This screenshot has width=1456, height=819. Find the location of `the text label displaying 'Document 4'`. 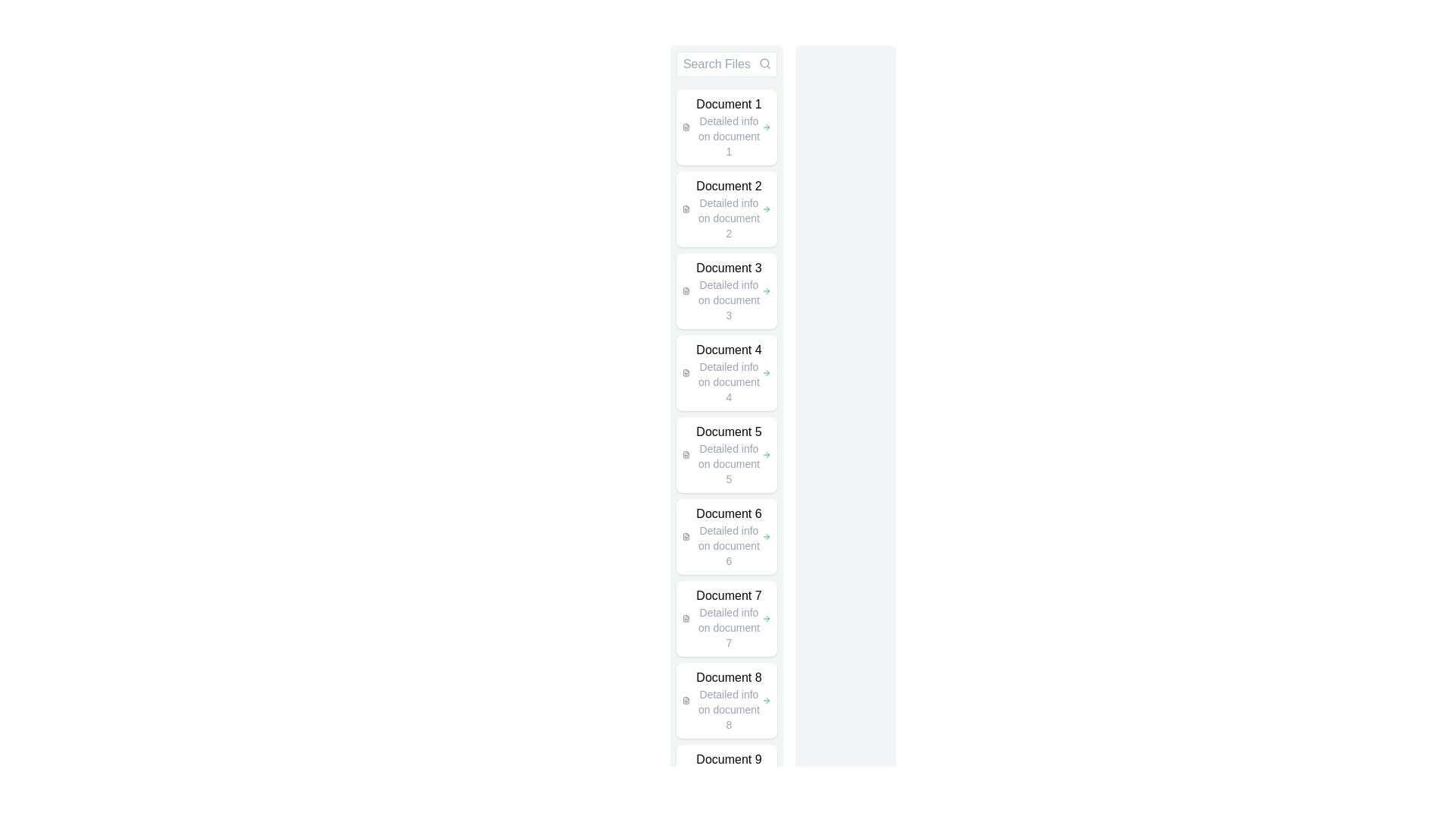

the text label displaying 'Document 4' is located at coordinates (729, 350).